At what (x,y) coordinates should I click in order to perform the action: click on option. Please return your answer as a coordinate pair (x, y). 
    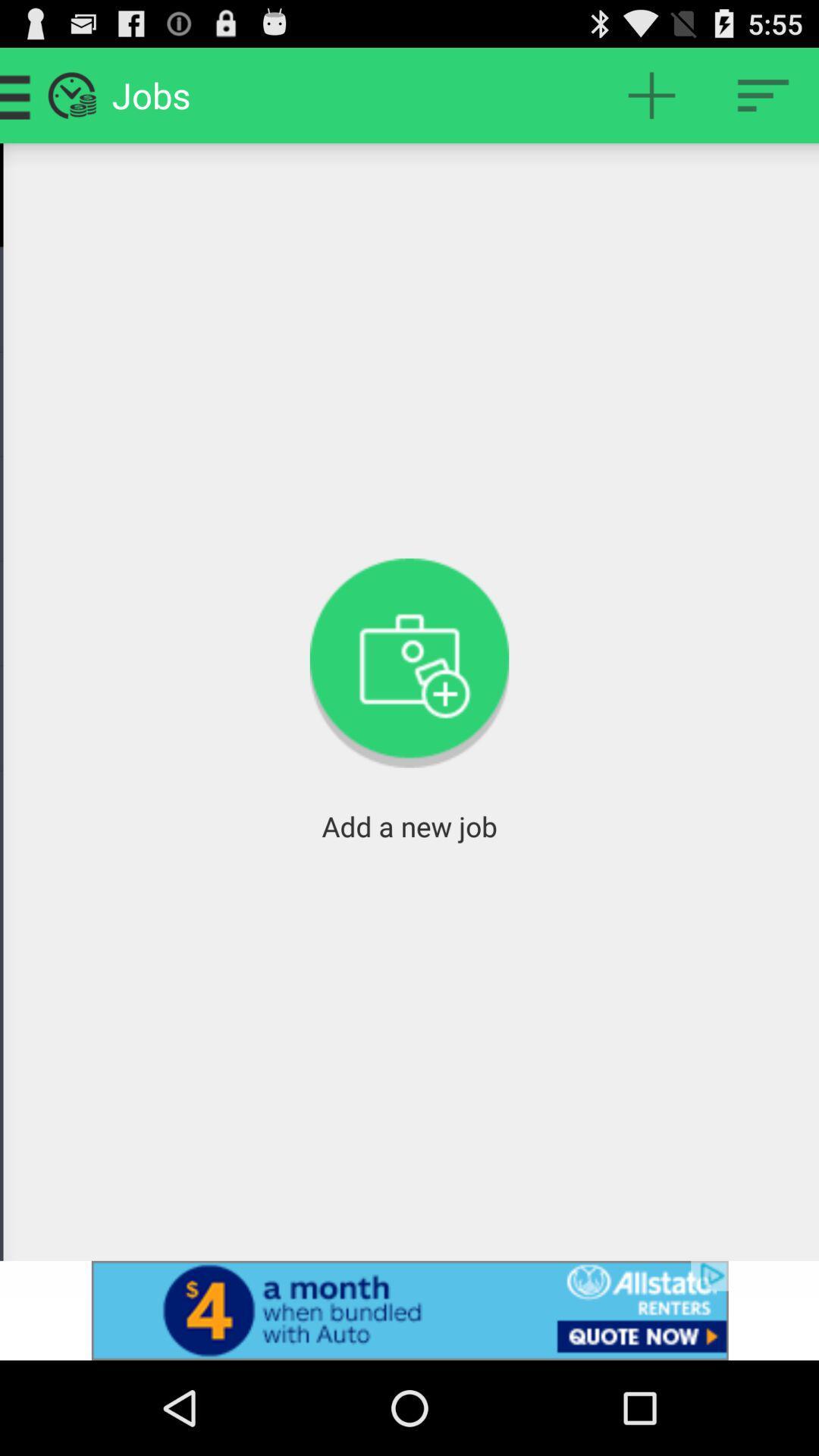
    Looking at the image, I should click on (763, 94).